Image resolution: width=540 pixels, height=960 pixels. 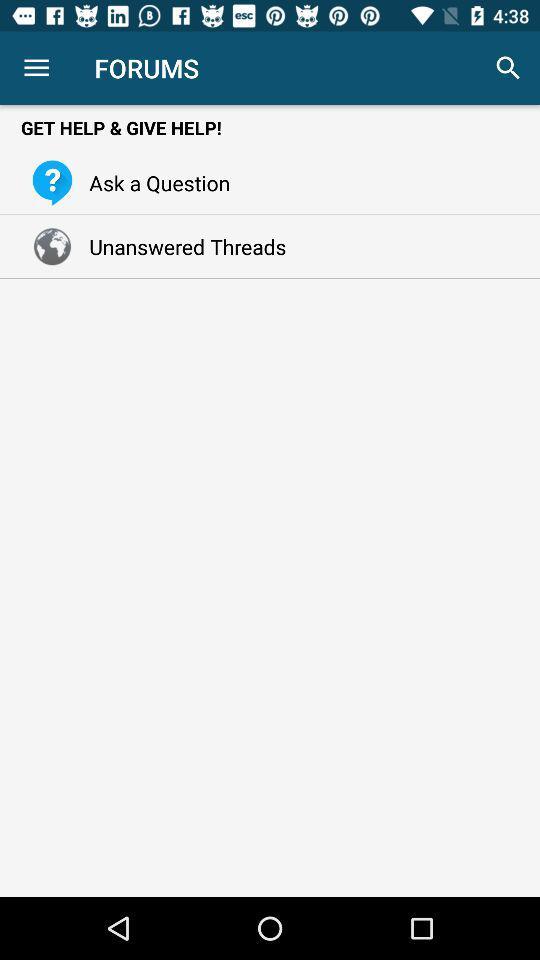 I want to click on item next to forums item, so click(x=36, y=68).